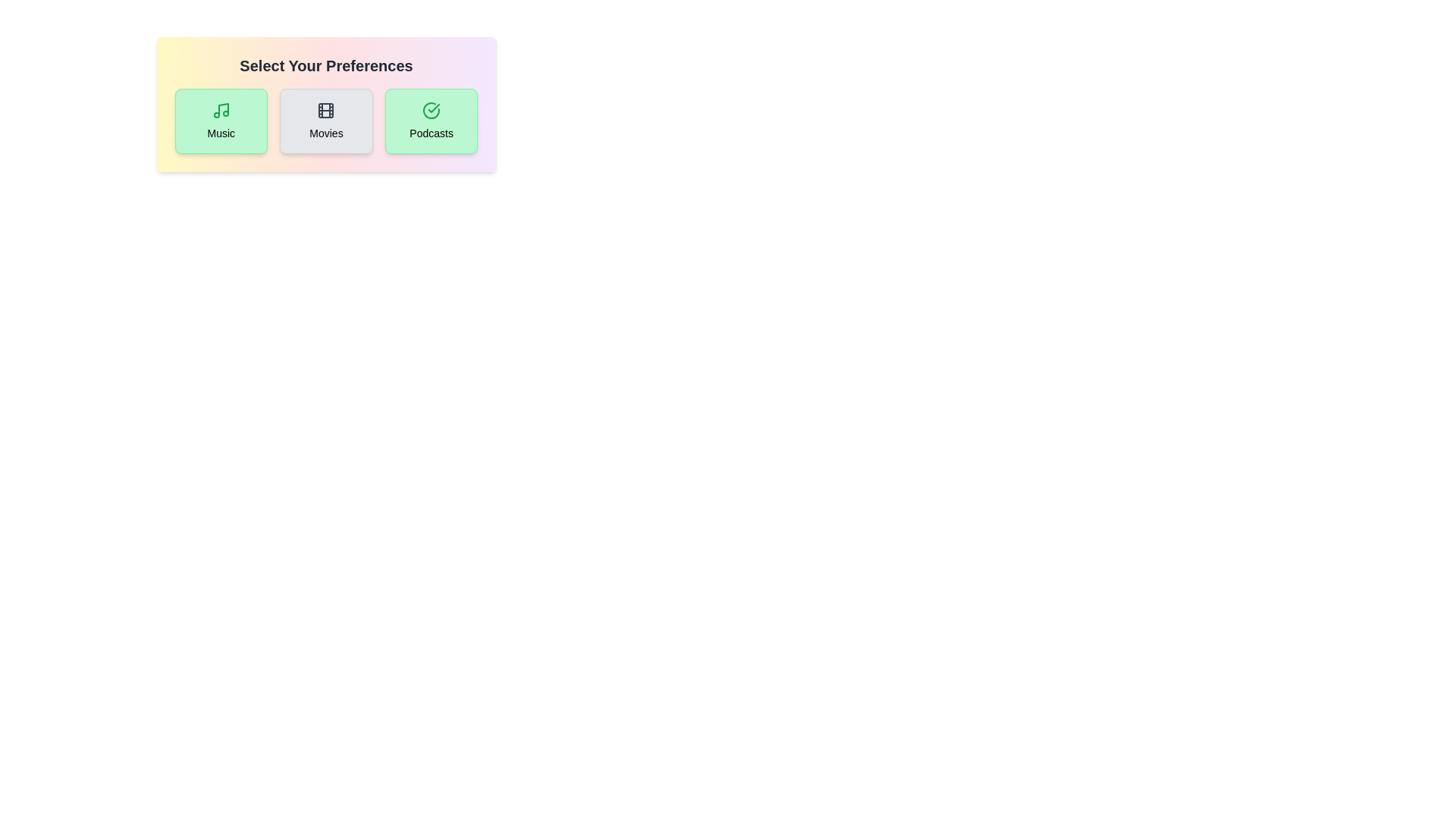 This screenshot has width=1456, height=819. Describe the element at coordinates (325, 65) in the screenshot. I see `the heading text to select it` at that location.